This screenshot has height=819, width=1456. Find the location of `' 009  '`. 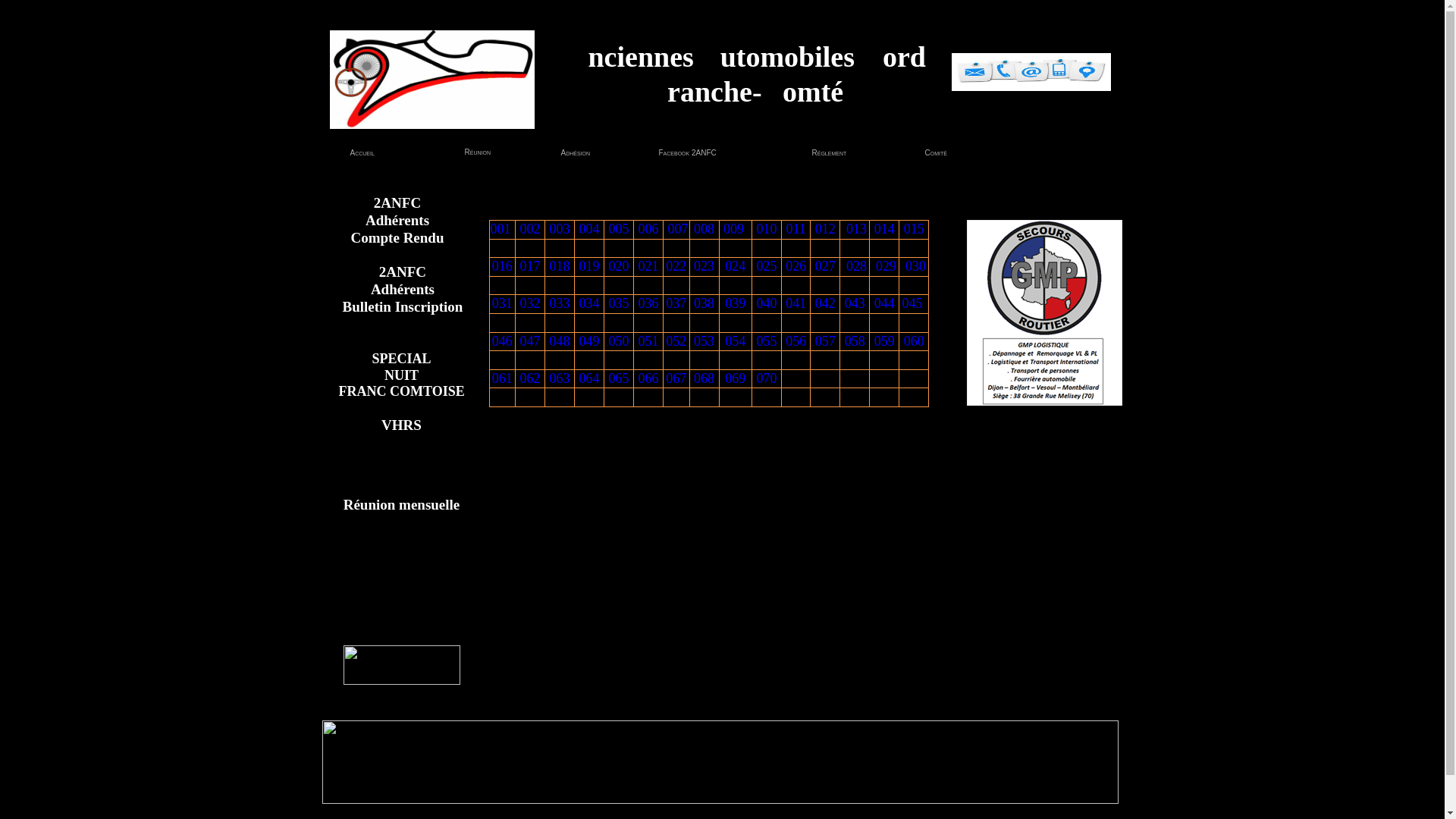

' 009  ' is located at coordinates (720, 228).